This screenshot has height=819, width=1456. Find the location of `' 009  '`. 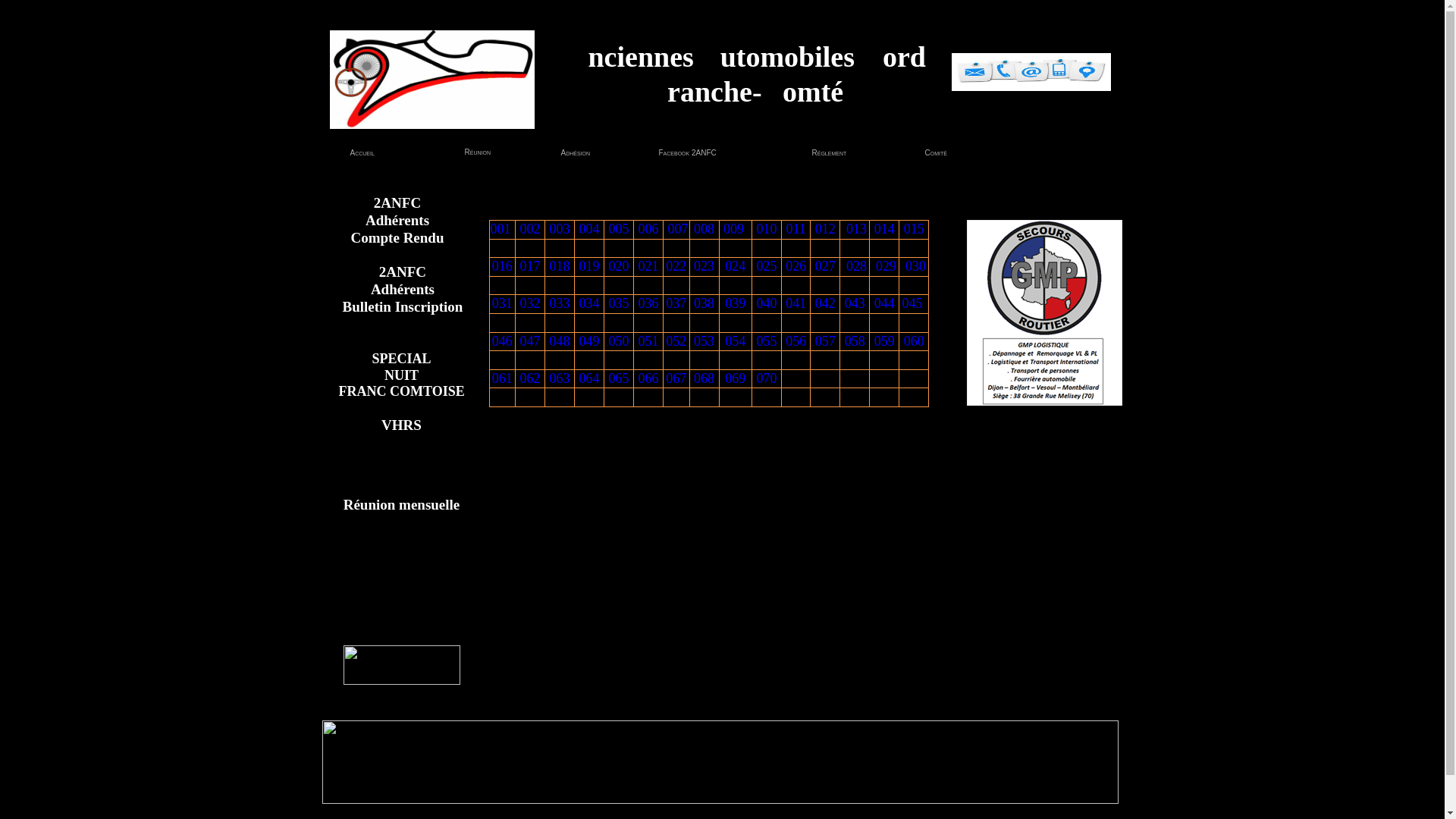

' 009  ' is located at coordinates (720, 228).